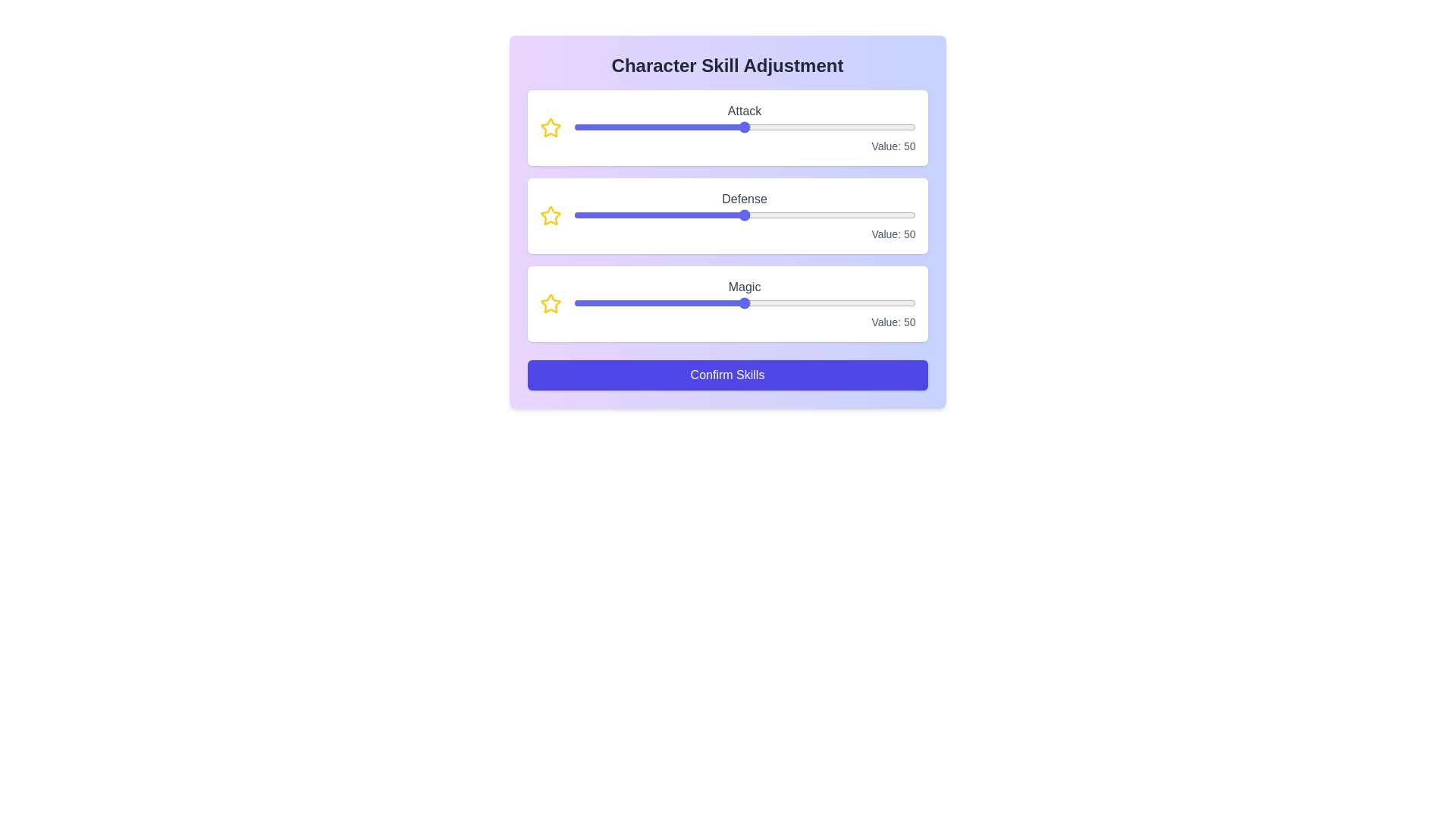 The image size is (1456, 819). Describe the element at coordinates (836, 127) in the screenshot. I see `the 0 slider to 54` at that location.